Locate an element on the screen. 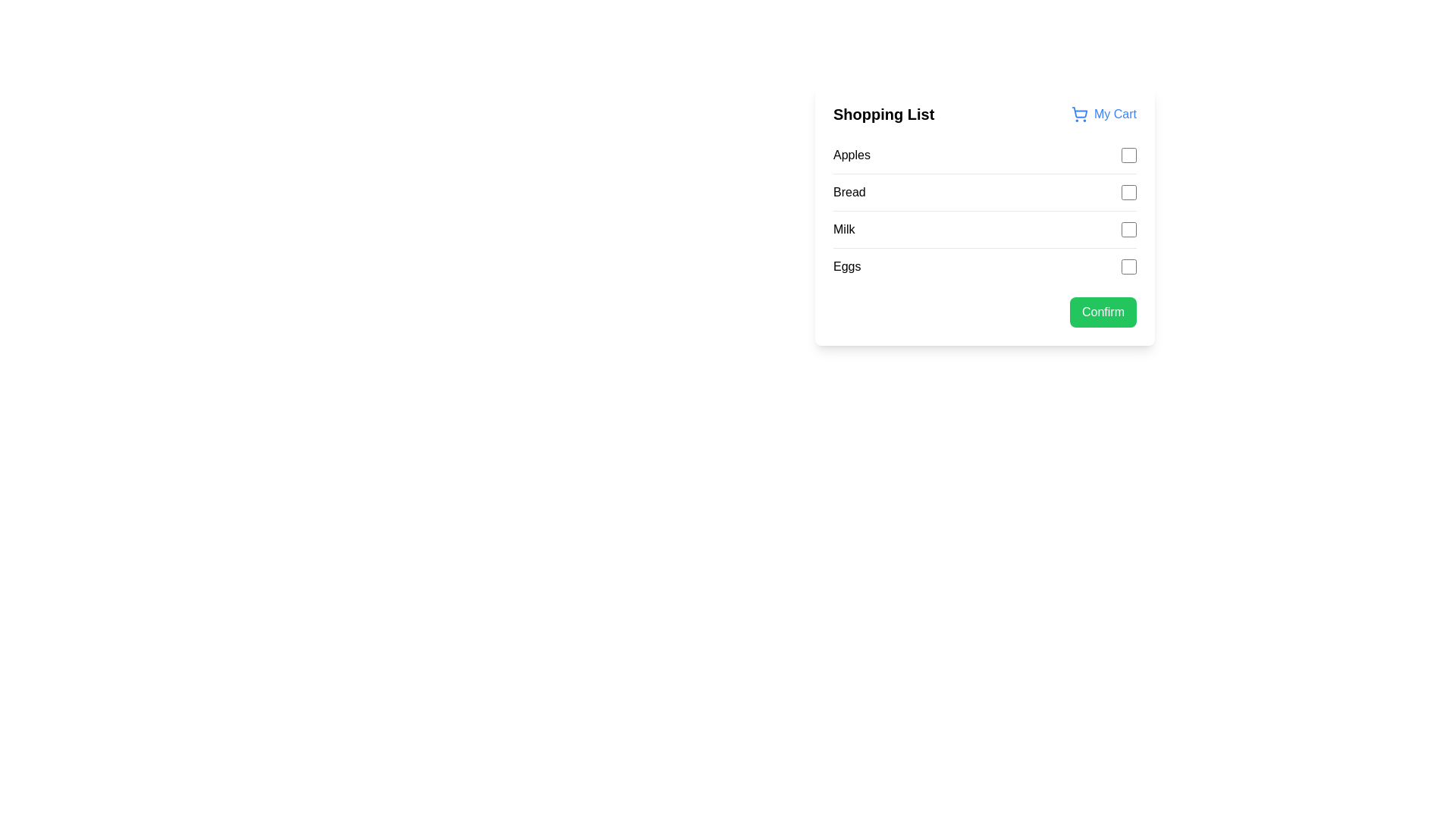 The image size is (1456, 819). the 'My Cart' text label in blue located in the top-right corner of the shopping list UI card is located at coordinates (1115, 113).